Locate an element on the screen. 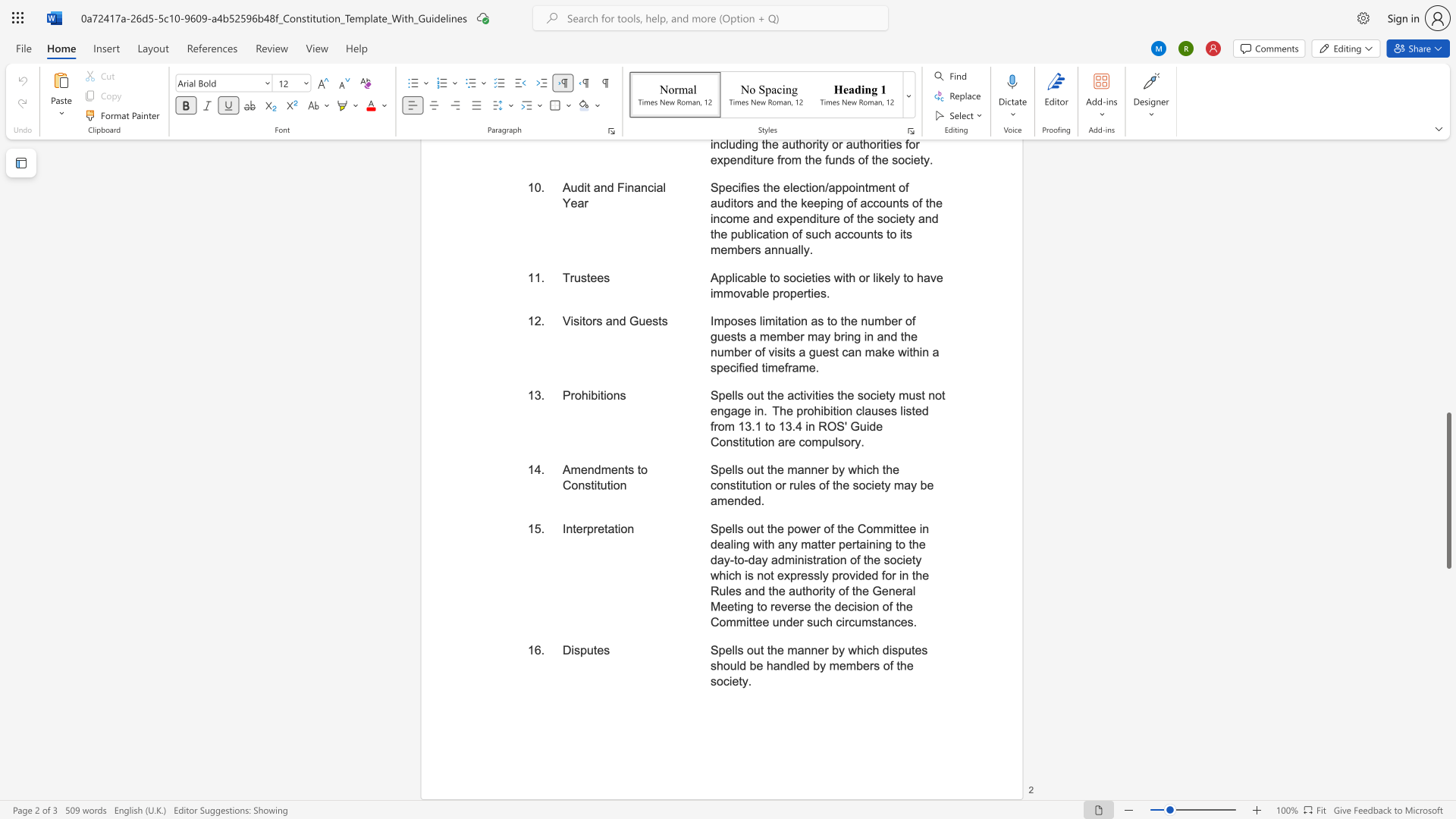  the subset text "nter" within the text "Interpretation" is located at coordinates (565, 528).